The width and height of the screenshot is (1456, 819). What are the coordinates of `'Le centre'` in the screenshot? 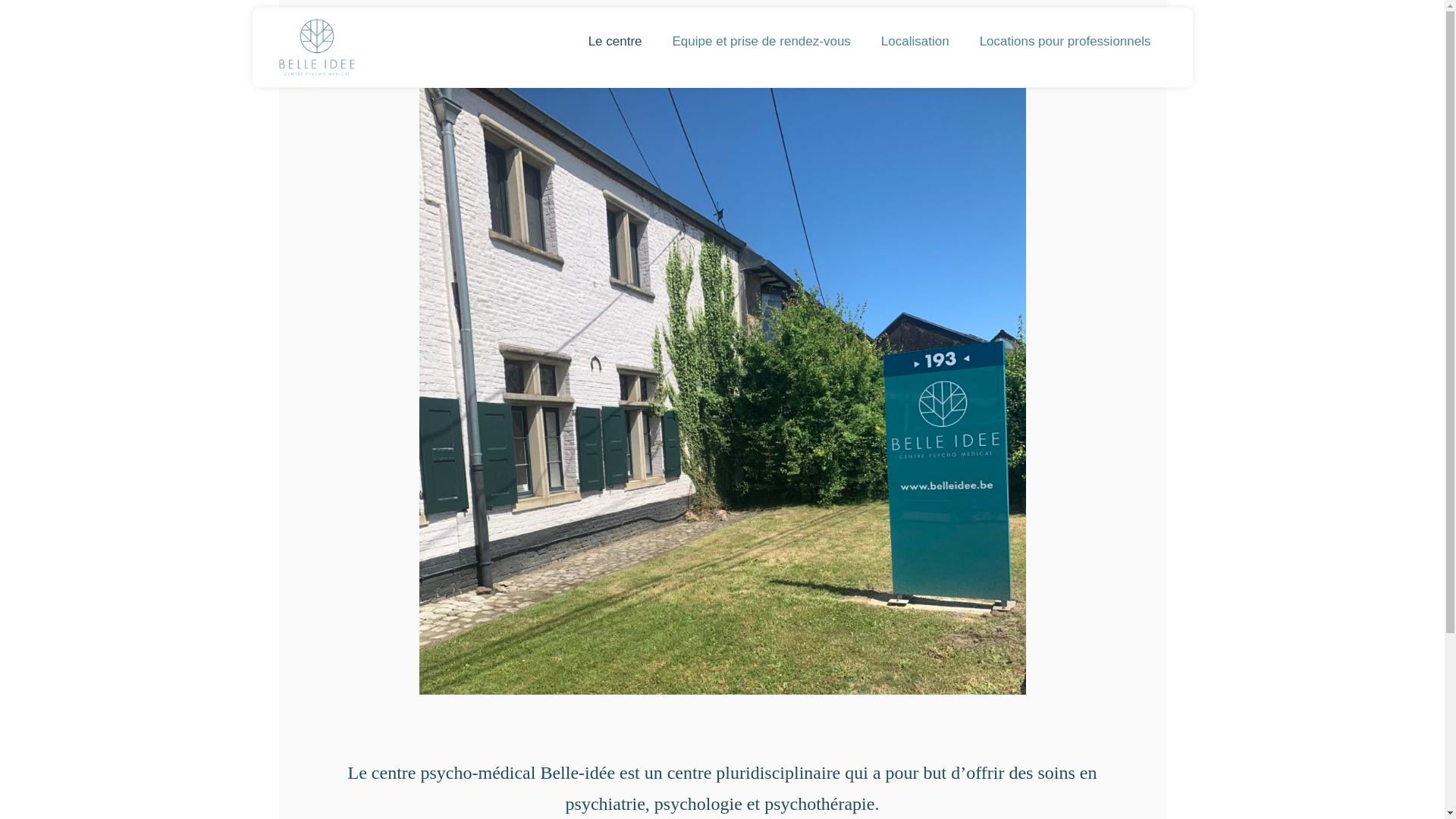 It's located at (572, 40).